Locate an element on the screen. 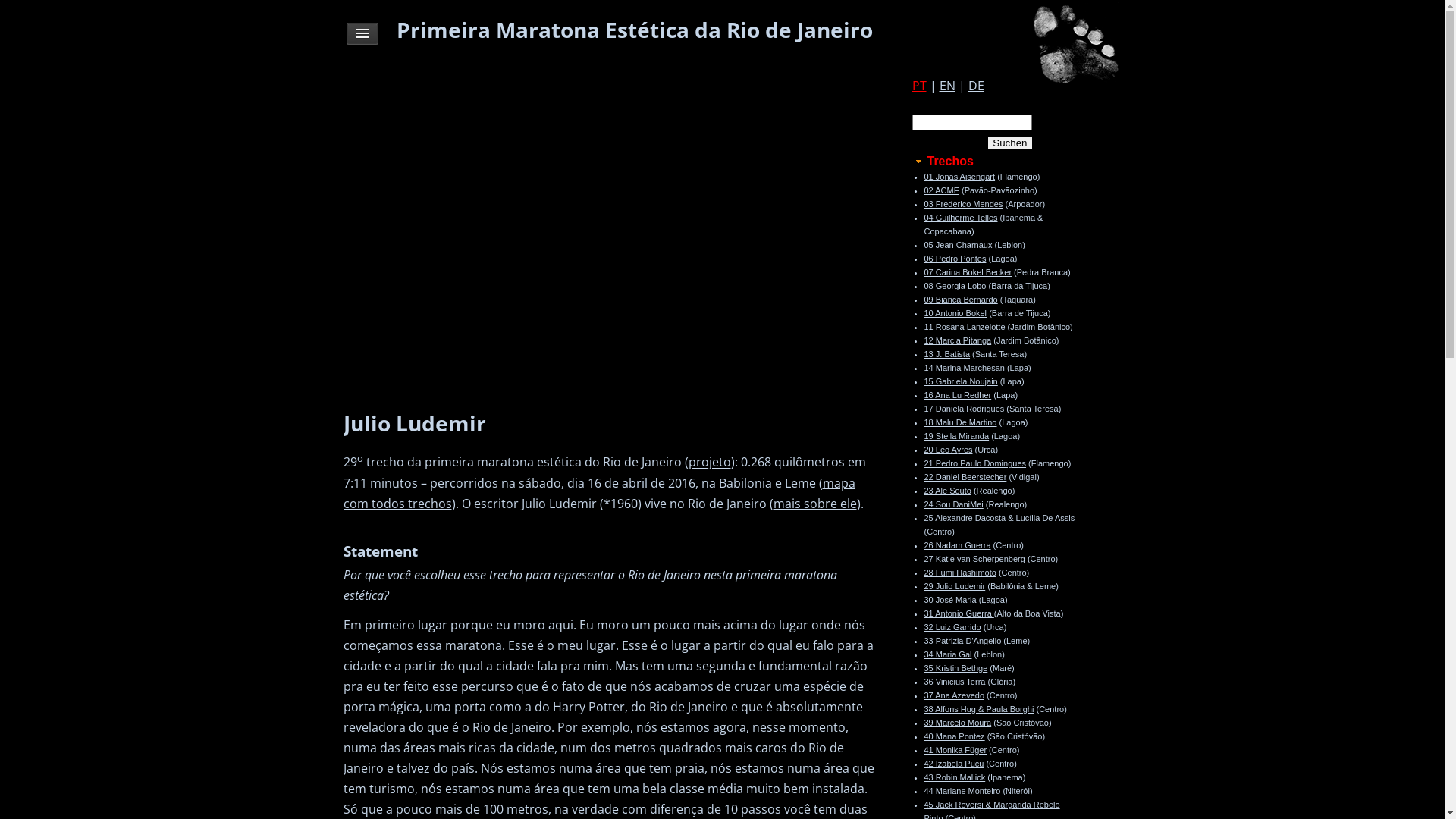 The width and height of the screenshot is (1456, 819). '36 Vinicius Terra' is located at coordinates (953, 680).